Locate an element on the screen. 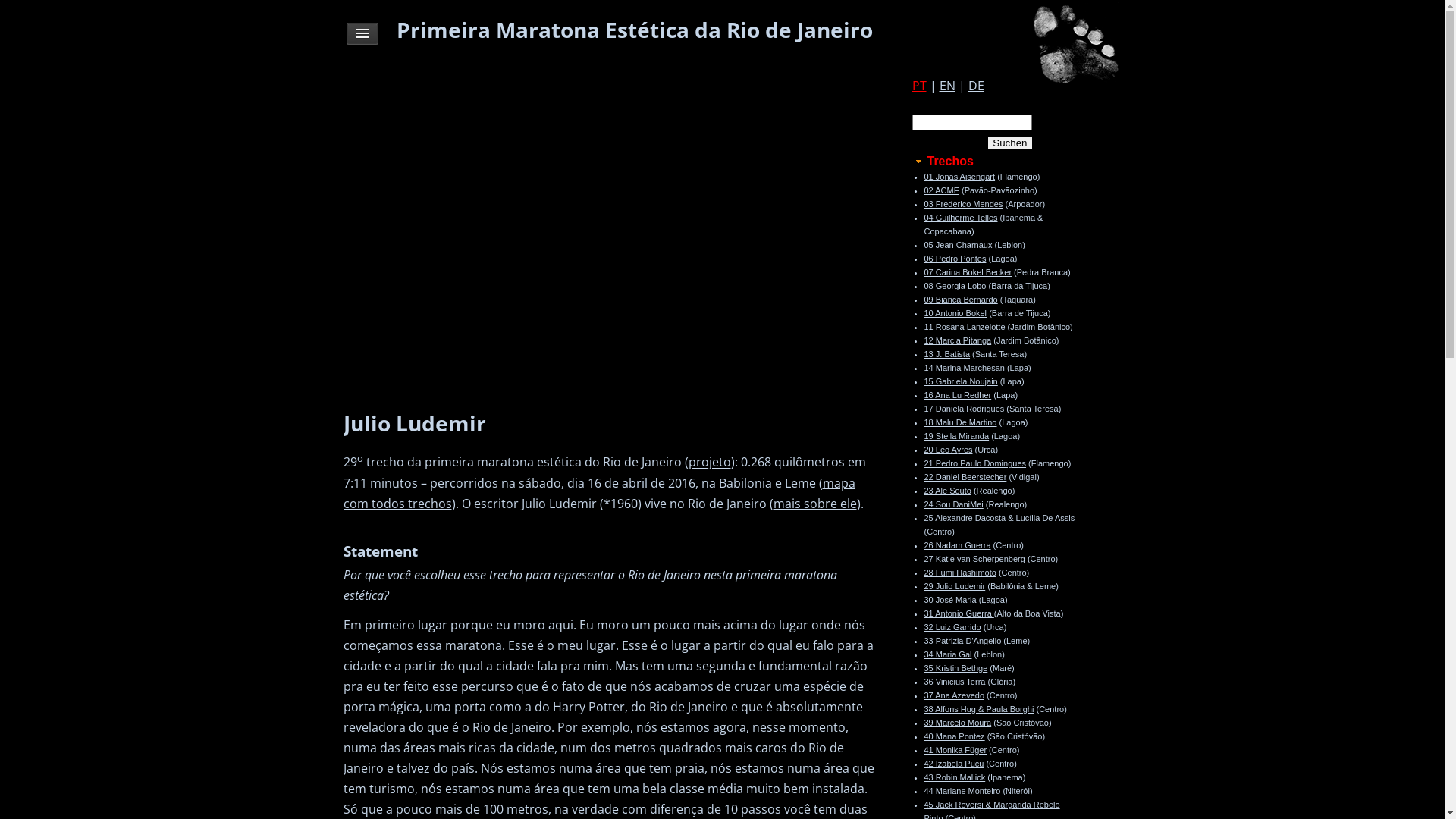 The width and height of the screenshot is (1456, 819). '36 Vinicius Terra' is located at coordinates (953, 680).